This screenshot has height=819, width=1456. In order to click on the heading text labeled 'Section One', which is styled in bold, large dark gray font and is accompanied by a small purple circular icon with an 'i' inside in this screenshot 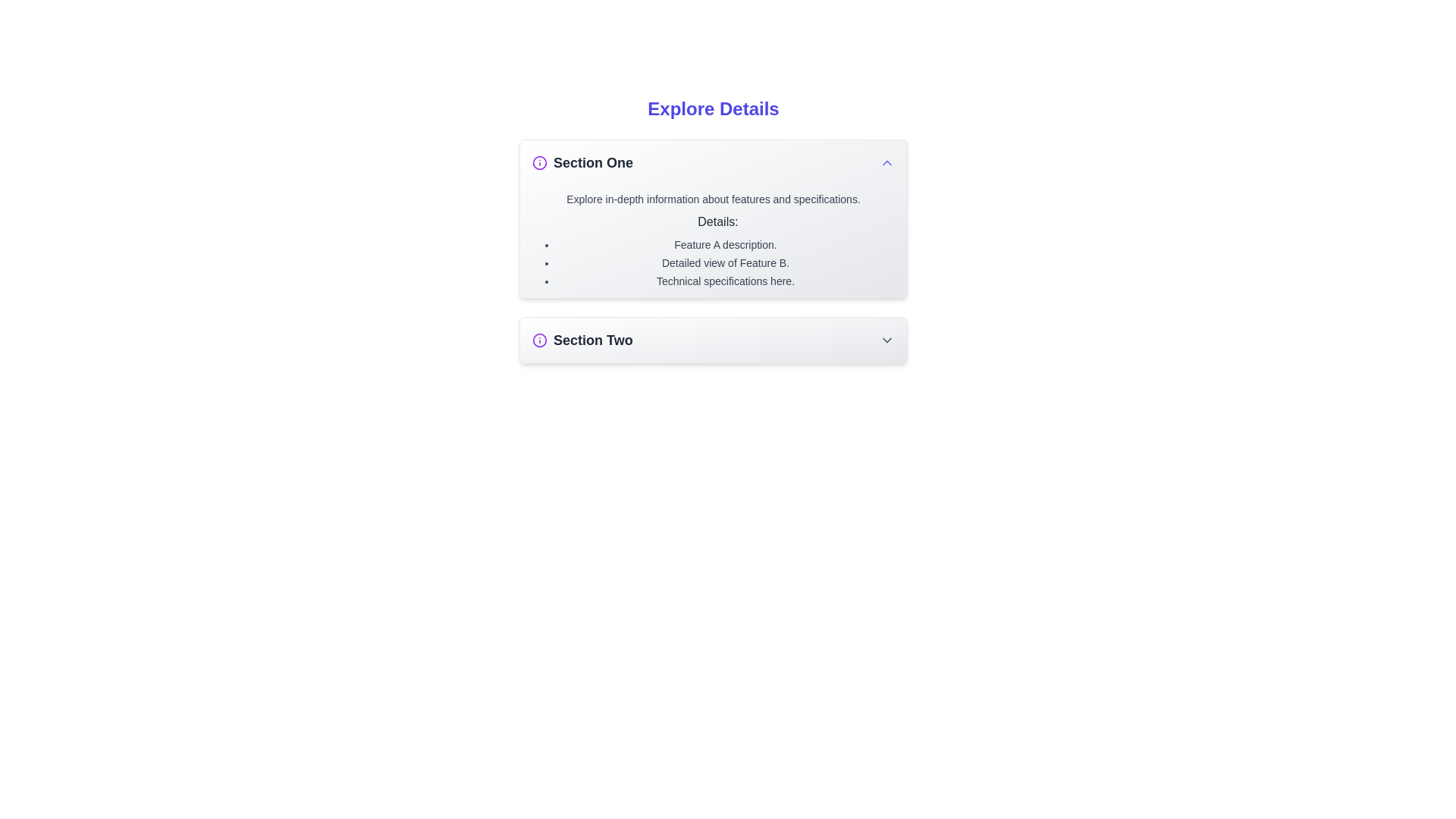, I will do `click(582, 163)`.